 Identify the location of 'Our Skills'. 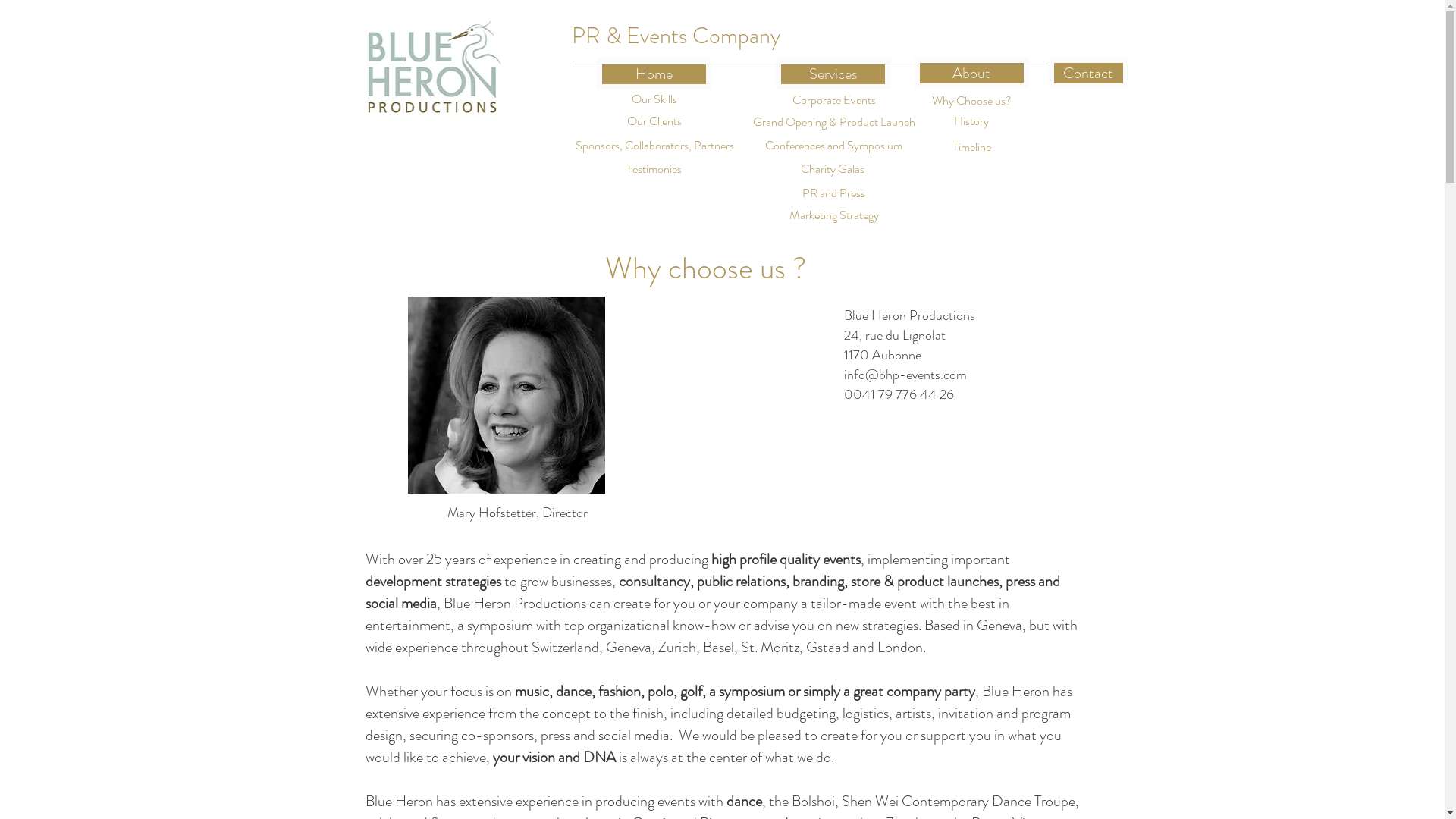
(600, 99).